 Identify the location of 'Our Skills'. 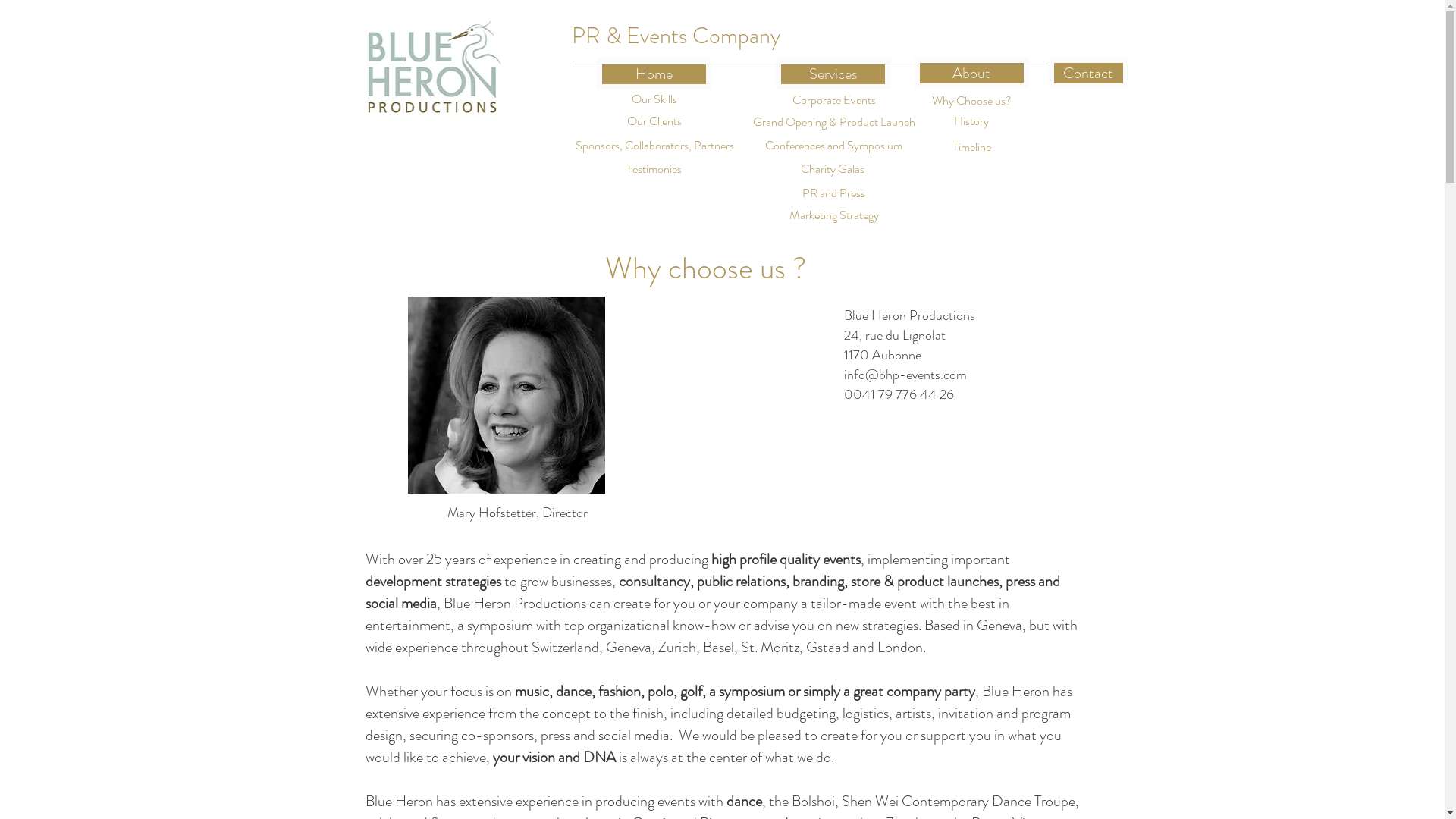
(600, 99).